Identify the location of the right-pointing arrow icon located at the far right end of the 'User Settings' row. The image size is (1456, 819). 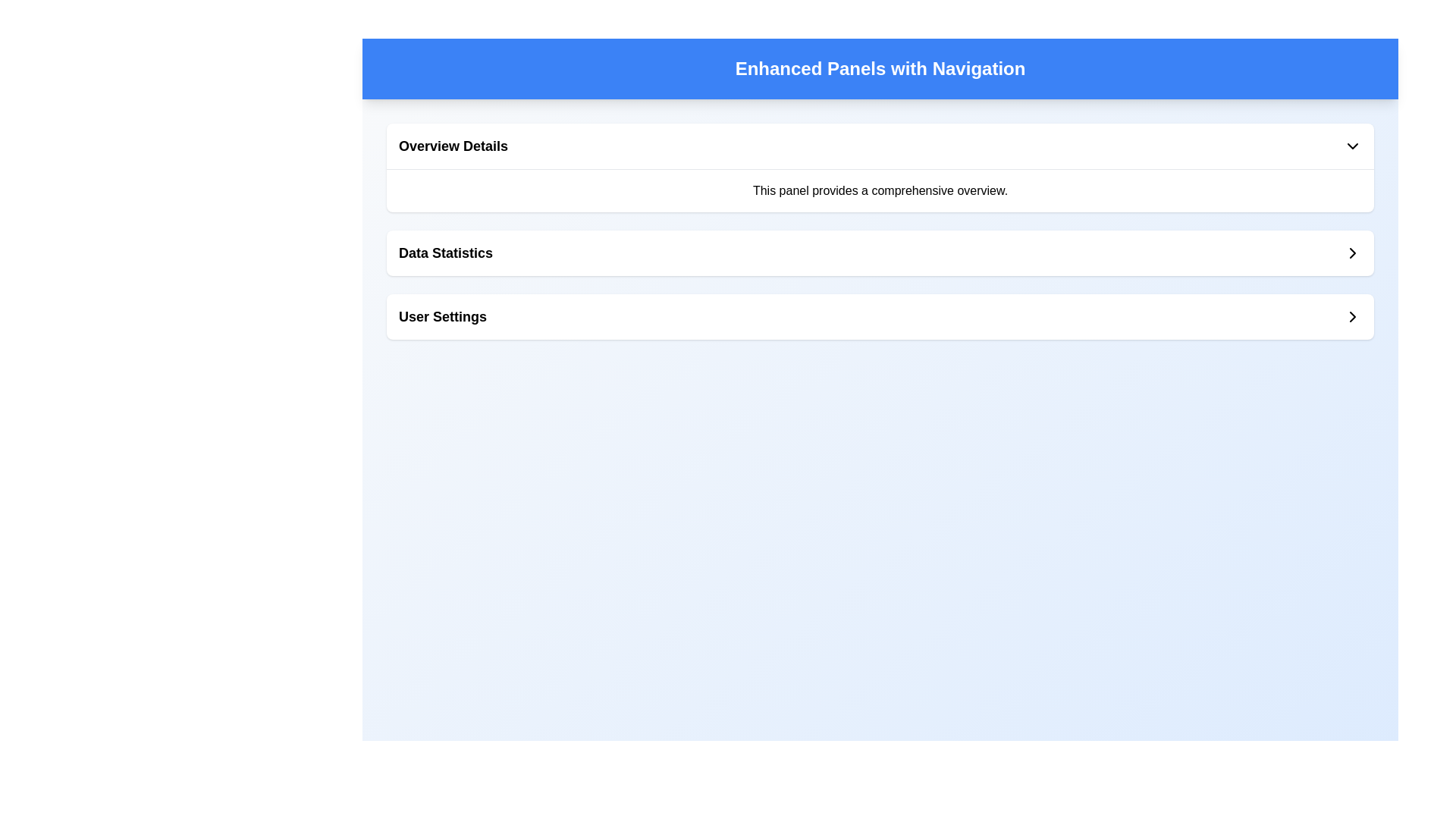
(1353, 315).